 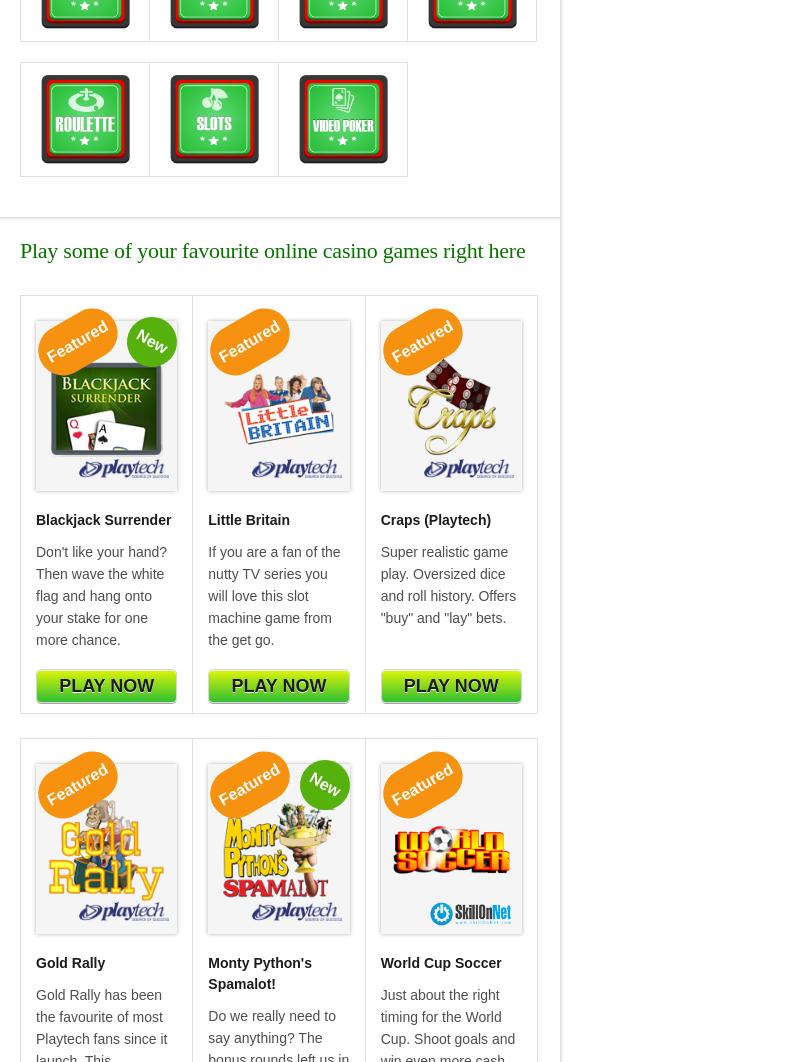 What do you see at coordinates (447, 583) in the screenshot?
I see `'Super realistic game play. Oversized dice and roll history. Offers "buy" and "lay" bets.'` at bounding box center [447, 583].